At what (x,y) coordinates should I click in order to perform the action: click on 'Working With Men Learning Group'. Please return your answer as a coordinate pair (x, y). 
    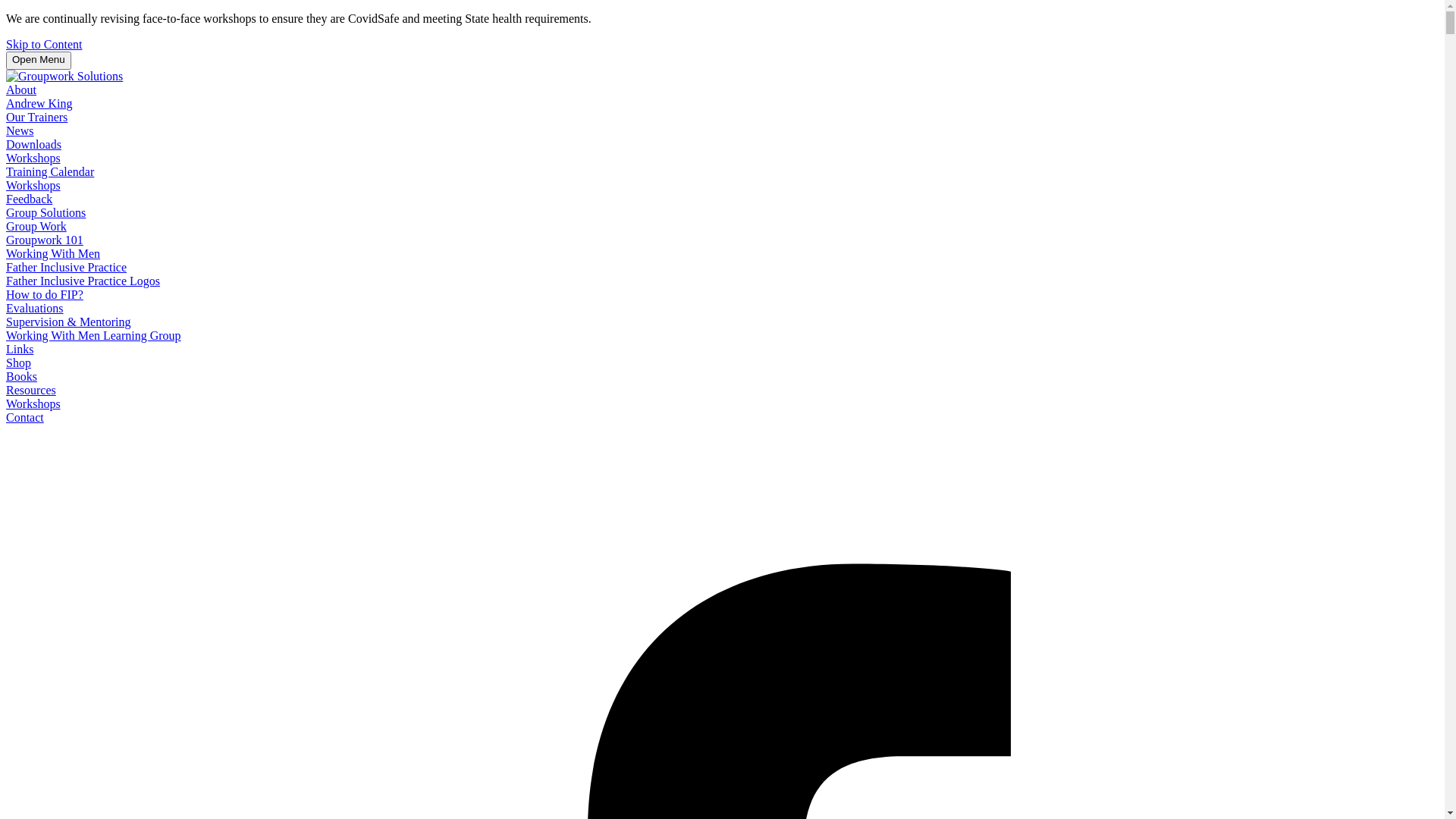
    Looking at the image, I should click on (93, 334).